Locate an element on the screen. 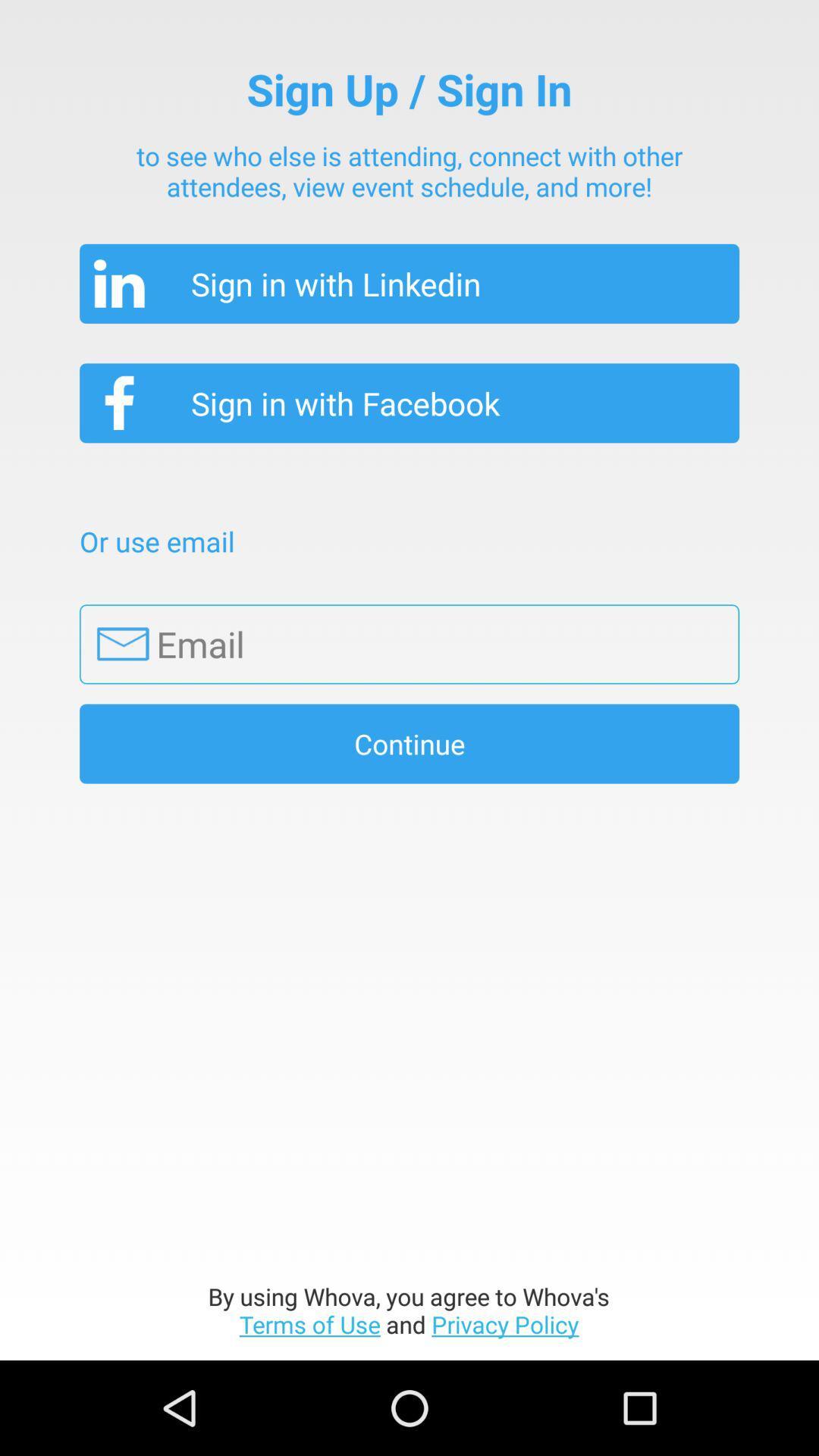 The image size is (819, 1456). item above the by using whova is located at coordinates (409, 743).